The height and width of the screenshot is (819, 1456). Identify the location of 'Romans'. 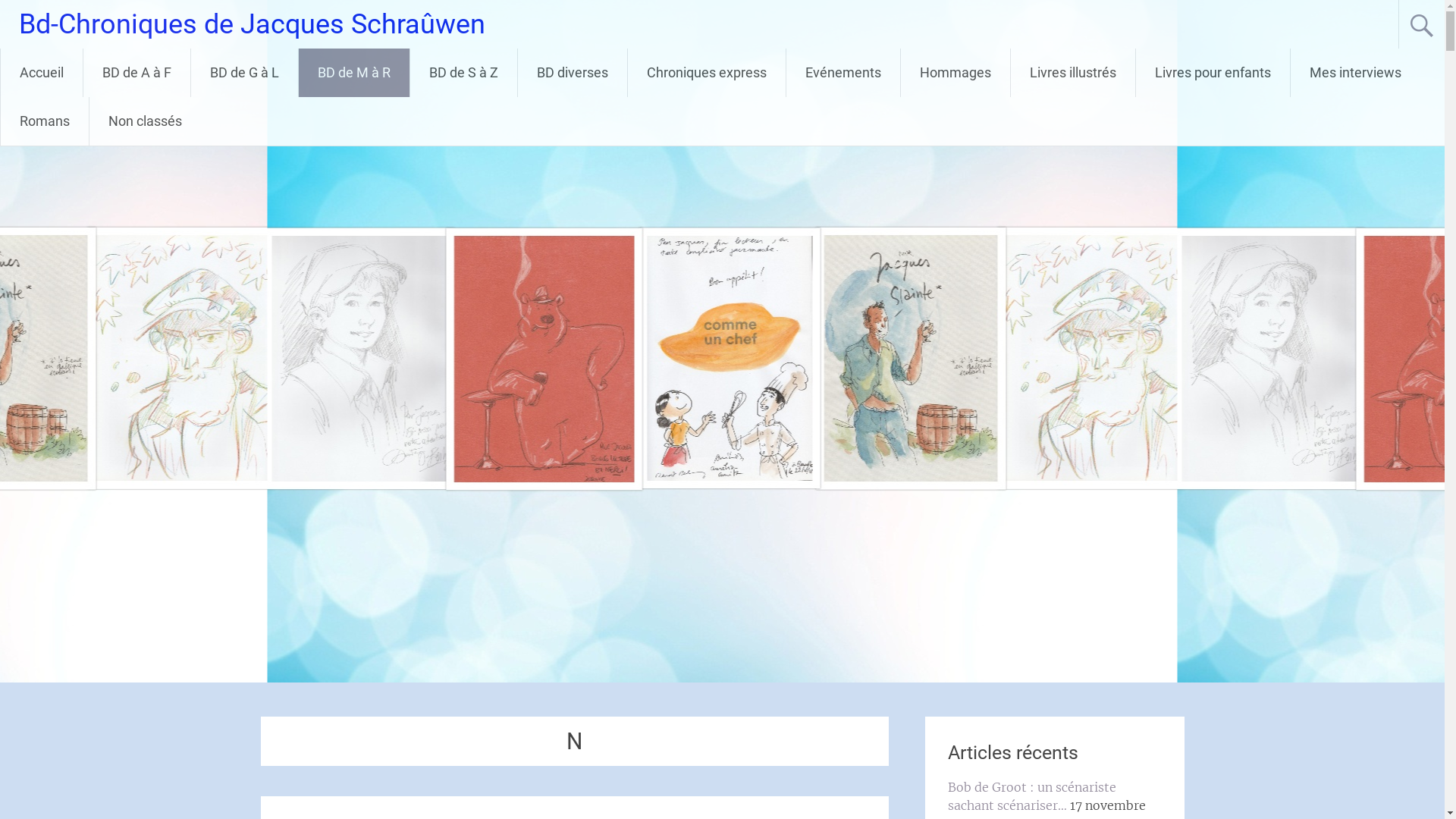
(44, 120).